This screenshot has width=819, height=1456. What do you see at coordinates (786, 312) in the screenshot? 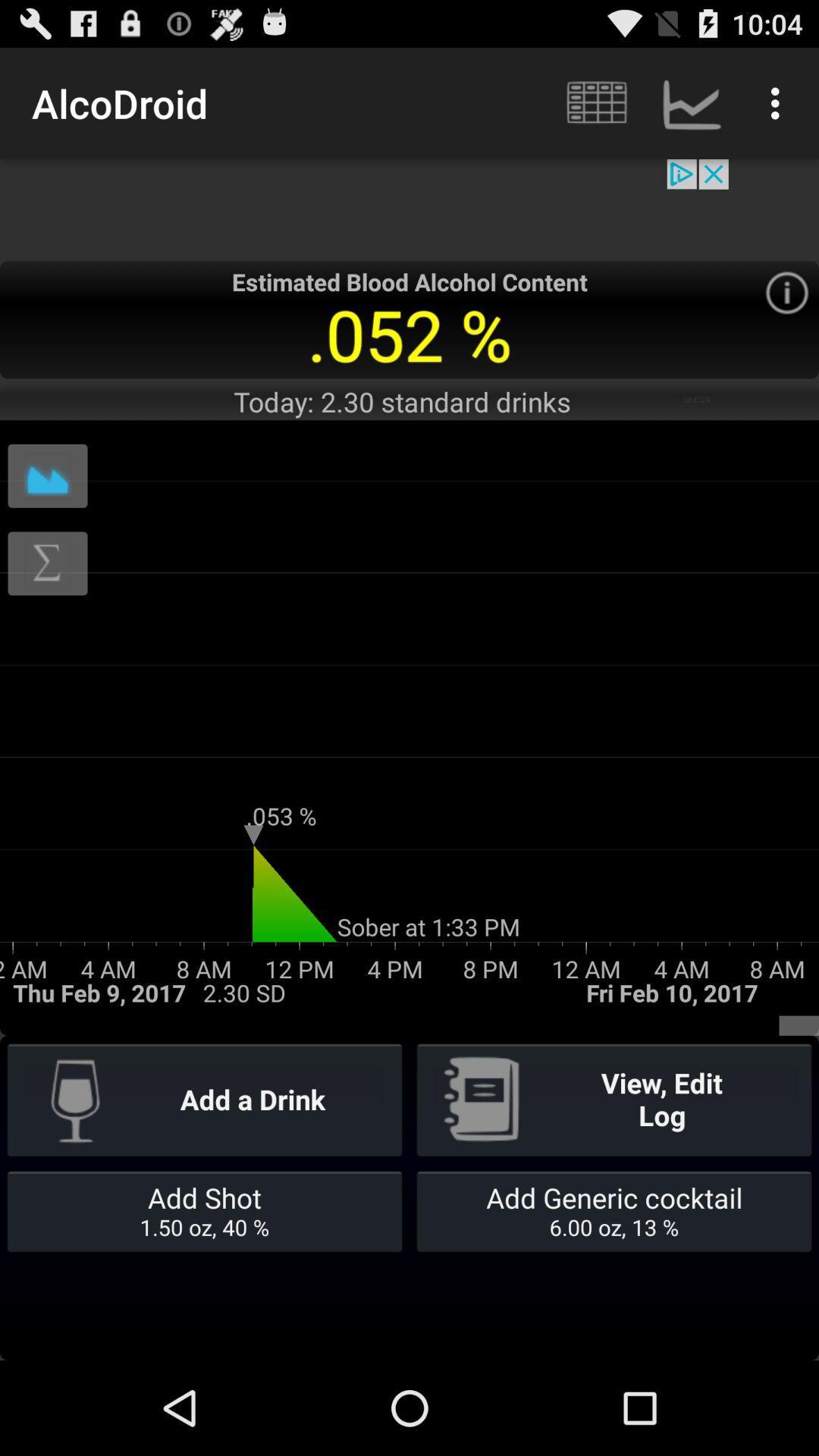
I see `the info icon` at bounding box center [786, 312].